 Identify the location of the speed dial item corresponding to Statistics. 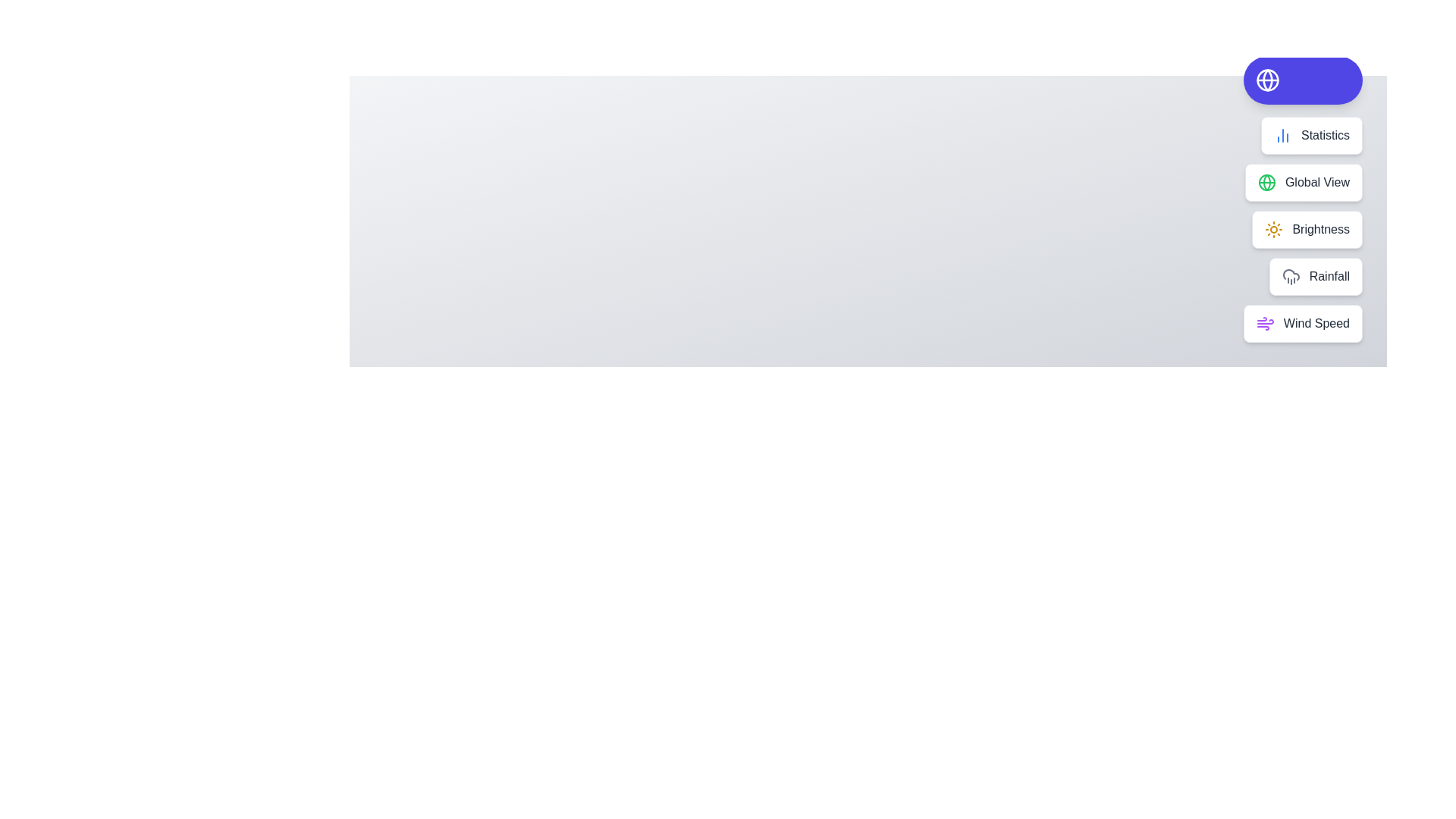
(1310, 134).